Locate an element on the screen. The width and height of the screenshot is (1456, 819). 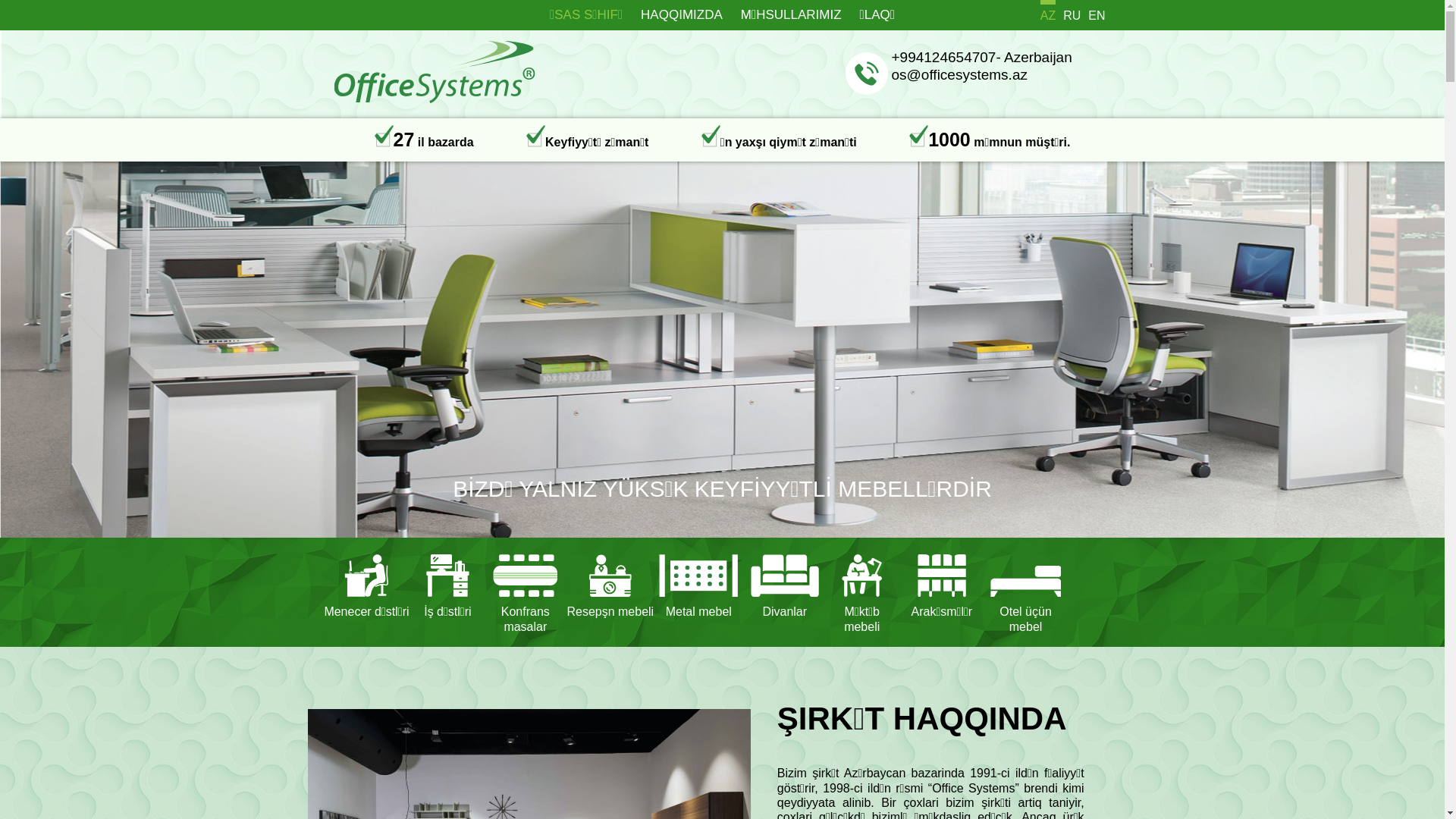
'Konfrans masalar' is located at coordinates (525, 591).